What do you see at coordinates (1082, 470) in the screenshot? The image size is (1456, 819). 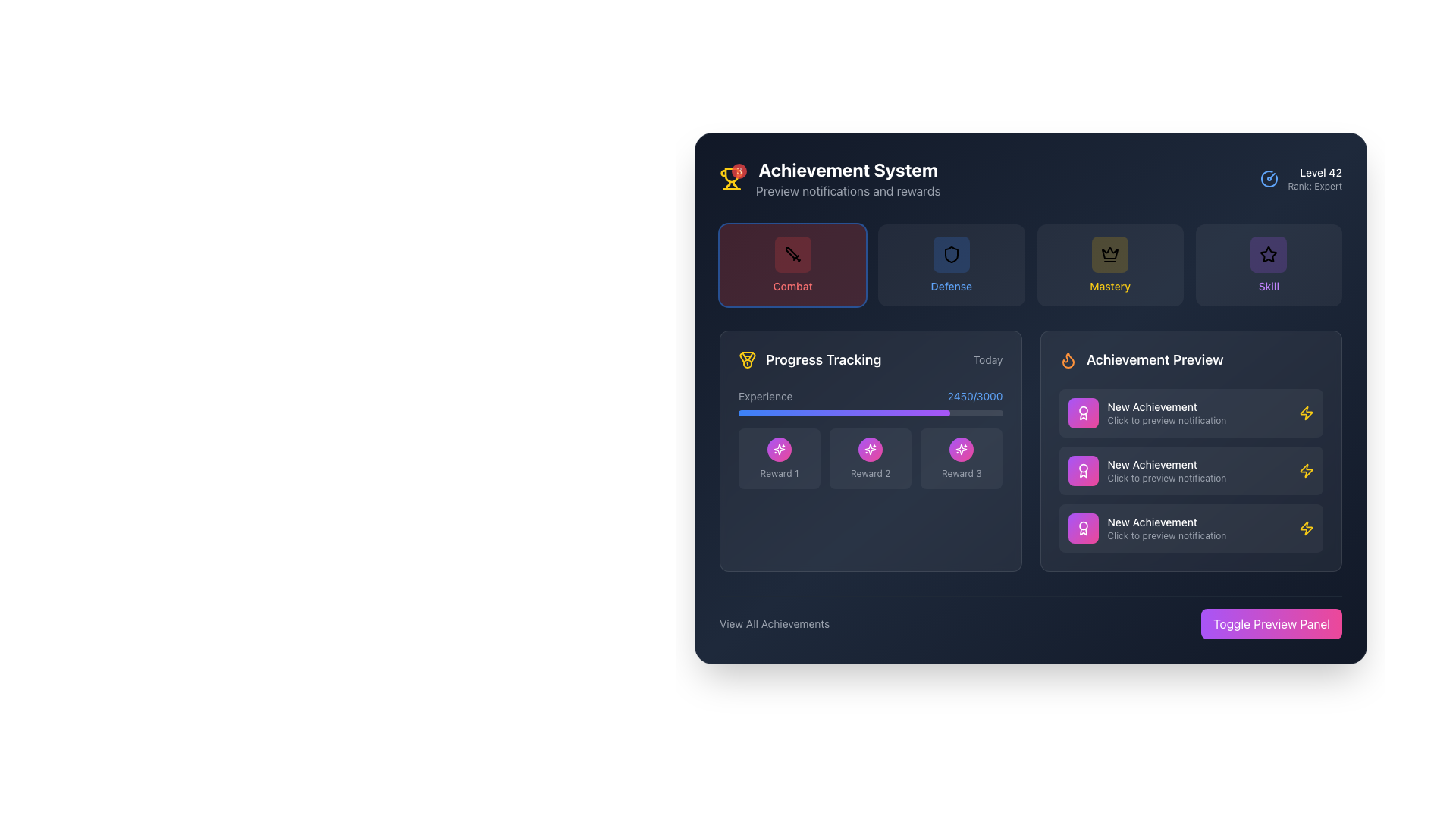 I see `the square-shaped button with a gradient background transitioning from purple to pink, featuring a white award icon in the center, located in the 'Achievement Preview' section as the leftmost item in the vertical column` at bounding box center [1082, 470].